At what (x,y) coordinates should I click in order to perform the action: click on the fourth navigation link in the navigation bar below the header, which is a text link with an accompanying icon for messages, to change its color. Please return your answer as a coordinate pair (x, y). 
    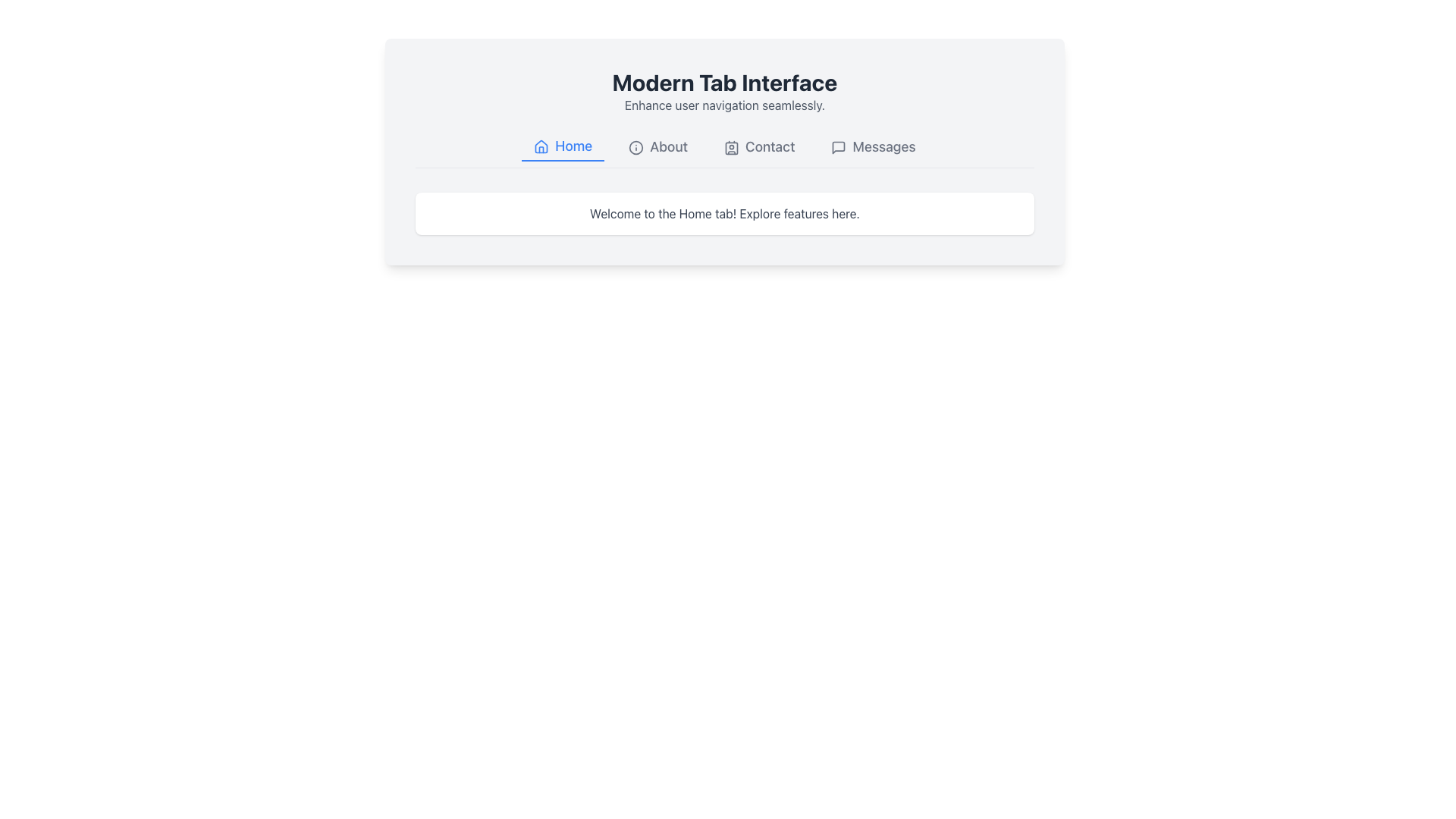
    Looking at the image, I should click on (874, 146).